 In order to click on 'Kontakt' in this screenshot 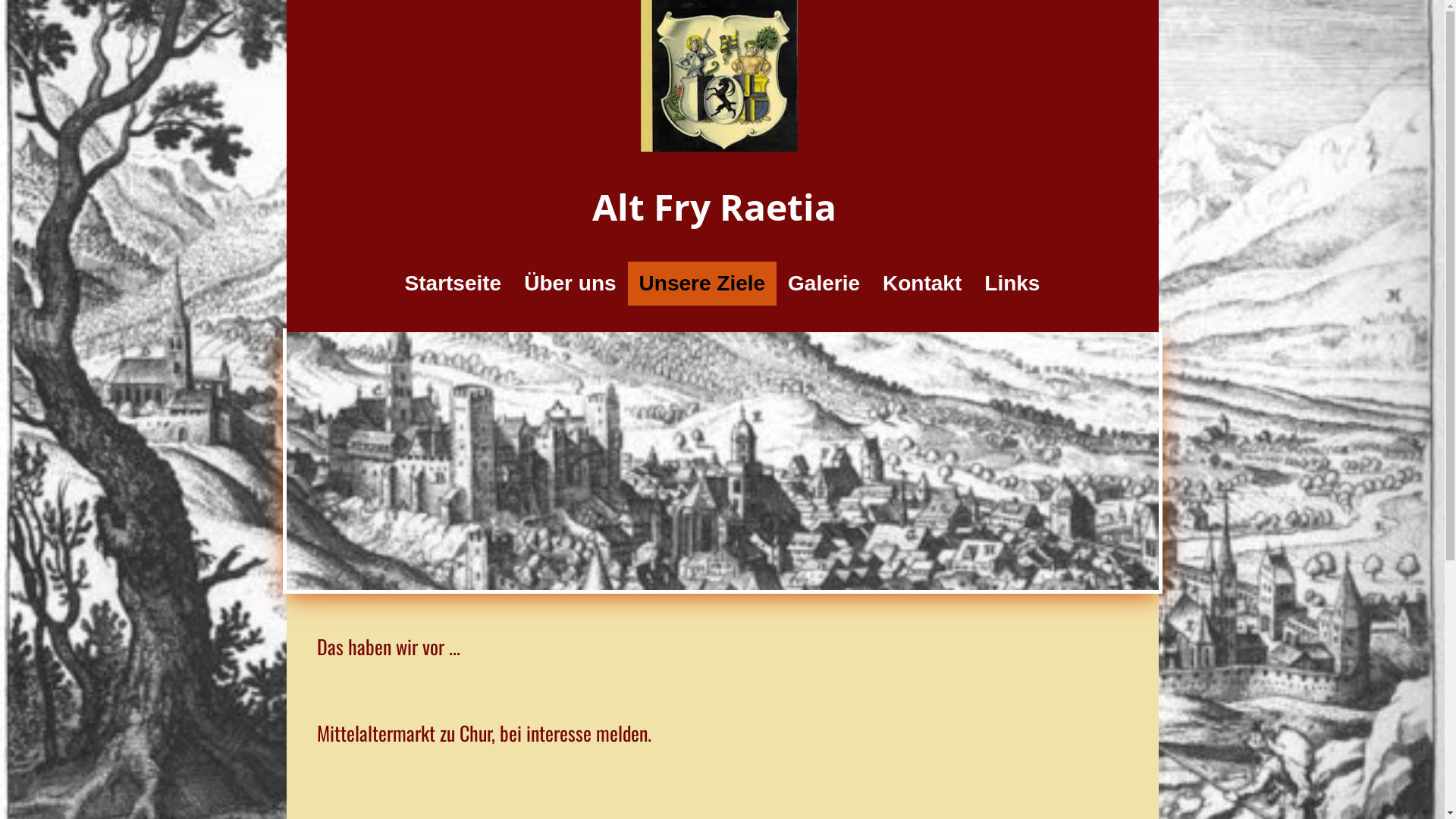, I will do `click(921, 284)`.